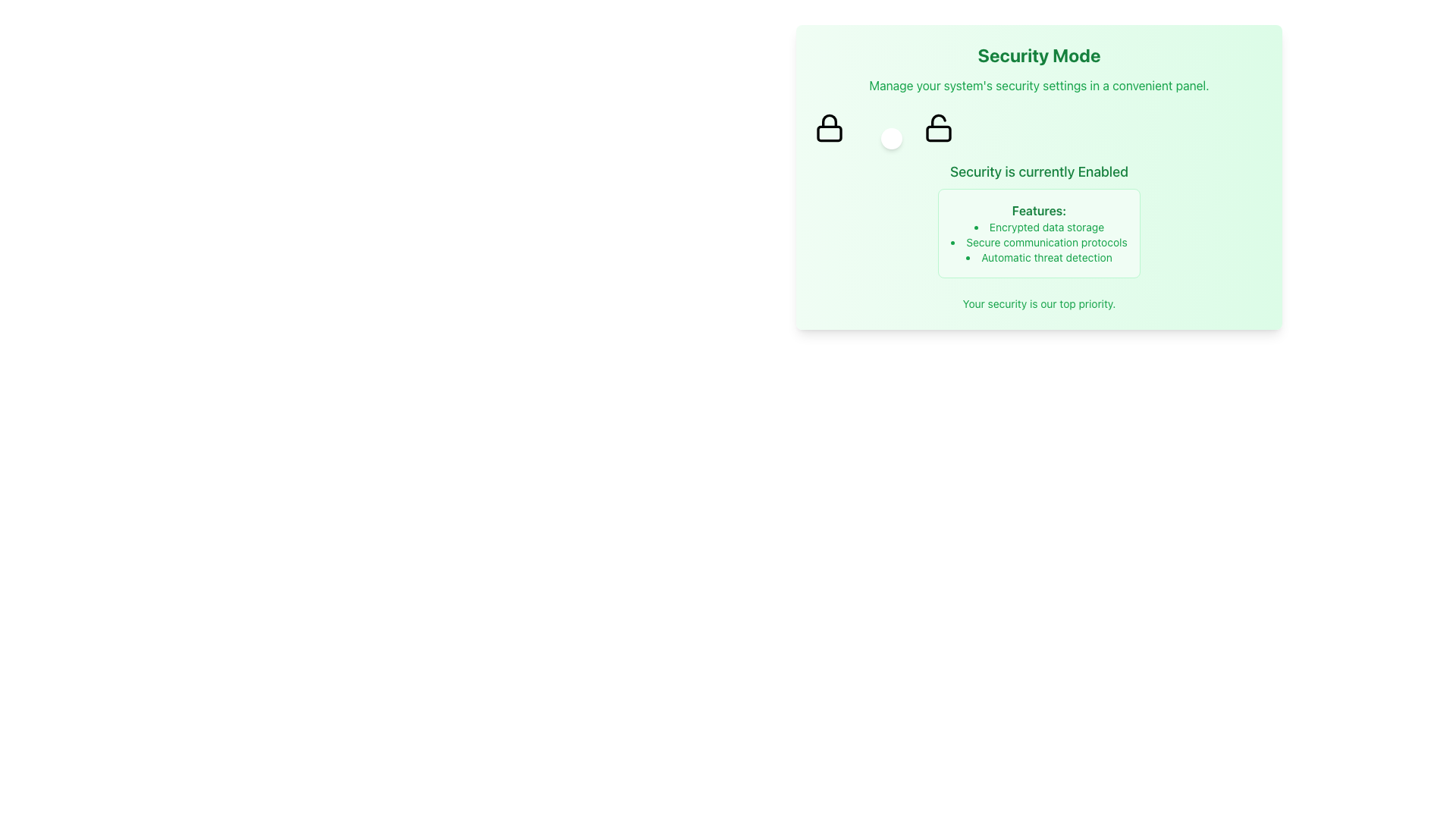 The image size is (1456, 819). What do you see at coordinates (1038, 127) in the screenshot?
I see `the toggle switch in the IconRow located beneath the 'Manage your system's security settings in a convenient panel.' subtitle to change the security state` at bounding box center [1038, 127].